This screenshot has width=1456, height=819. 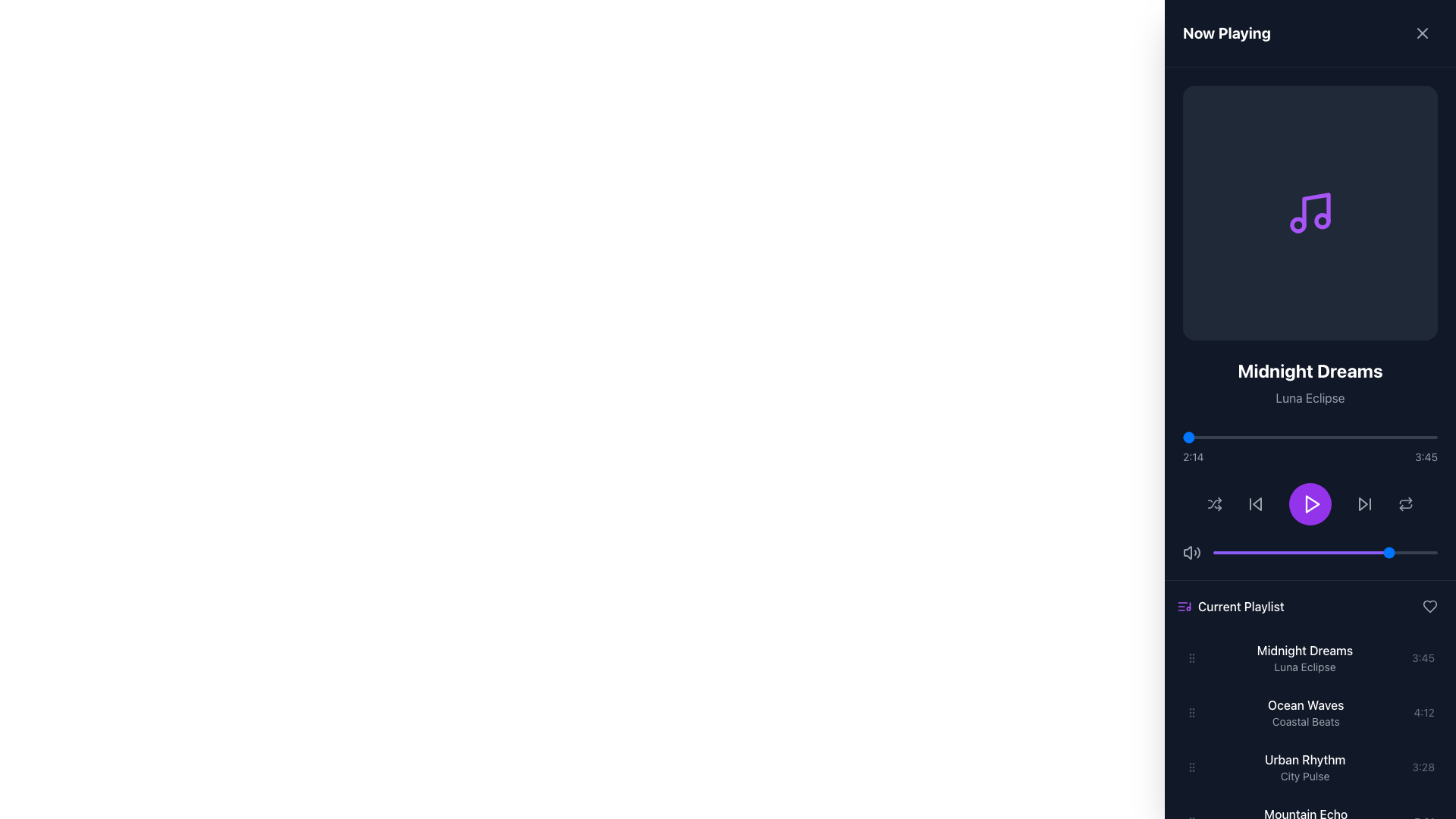 What do you see at coordinates (1310, 713) in the screenshot?
I see `the list item displaying the song title 'Ocean Waves' with subtitle 'Coastal Beats'` at bounding box center [1310, 713].